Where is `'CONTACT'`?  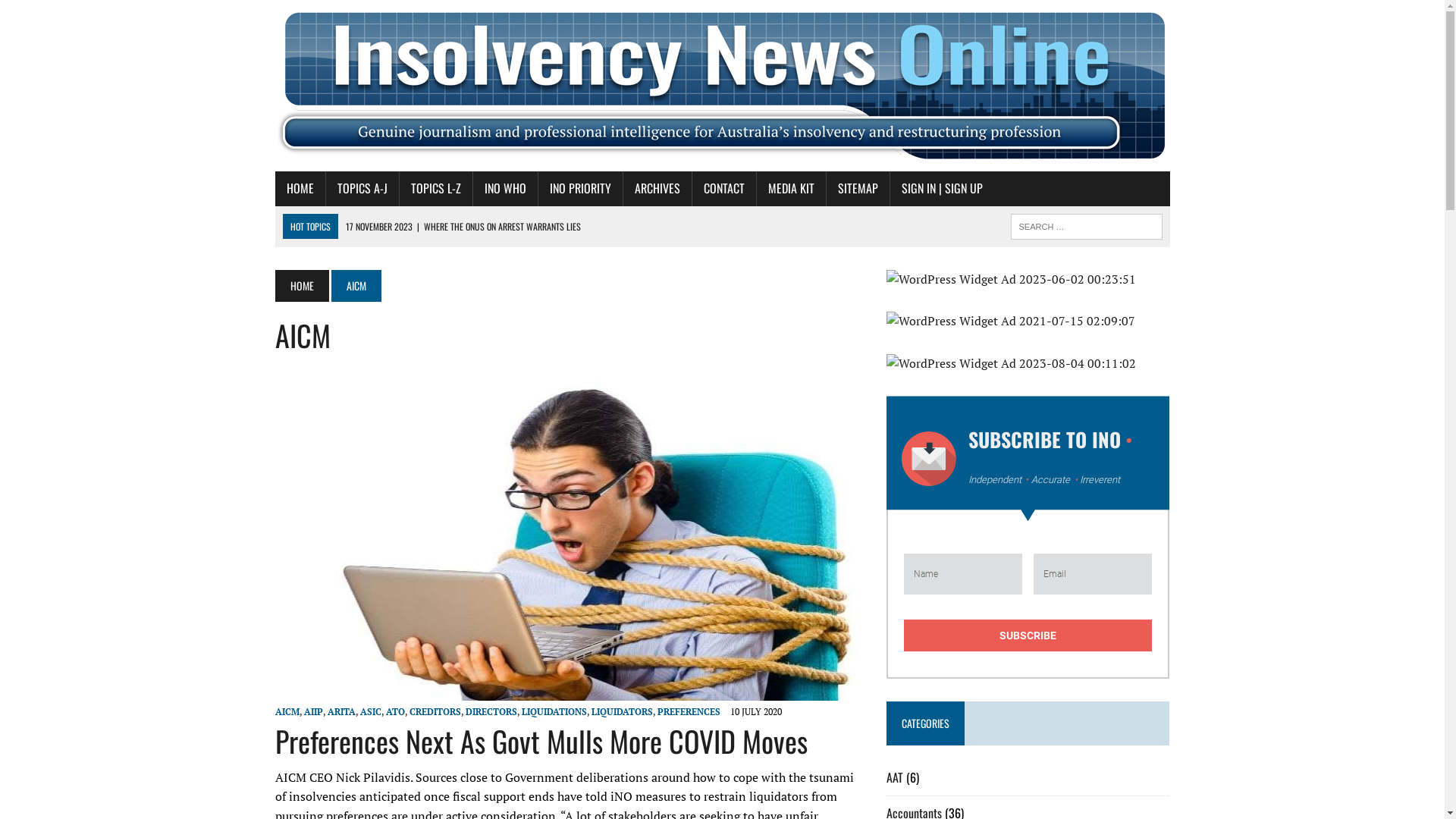 'CONTACT' is located at coordinates (723, 188).